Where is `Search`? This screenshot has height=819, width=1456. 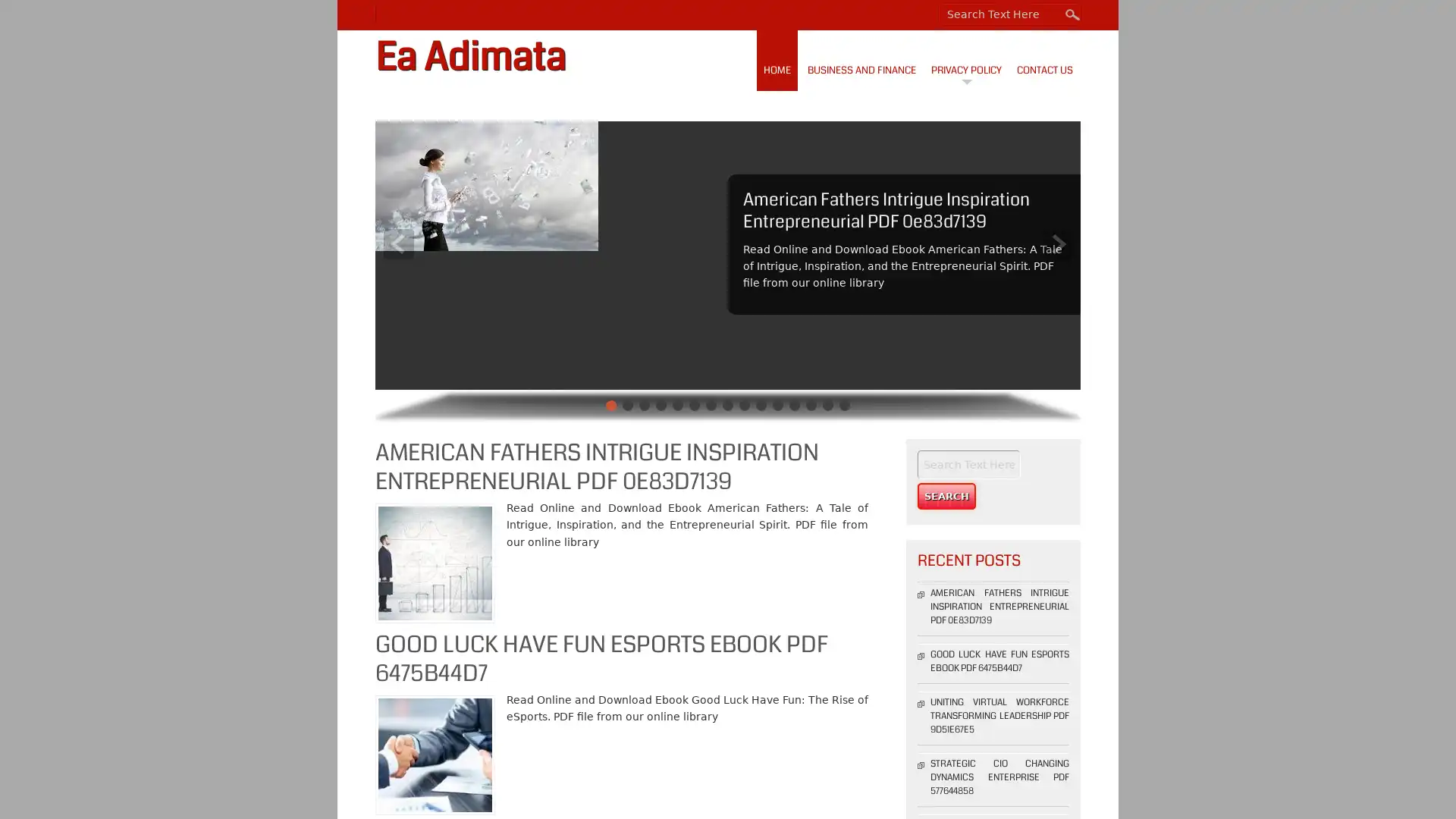
Search is located at coordinates (946, 496).